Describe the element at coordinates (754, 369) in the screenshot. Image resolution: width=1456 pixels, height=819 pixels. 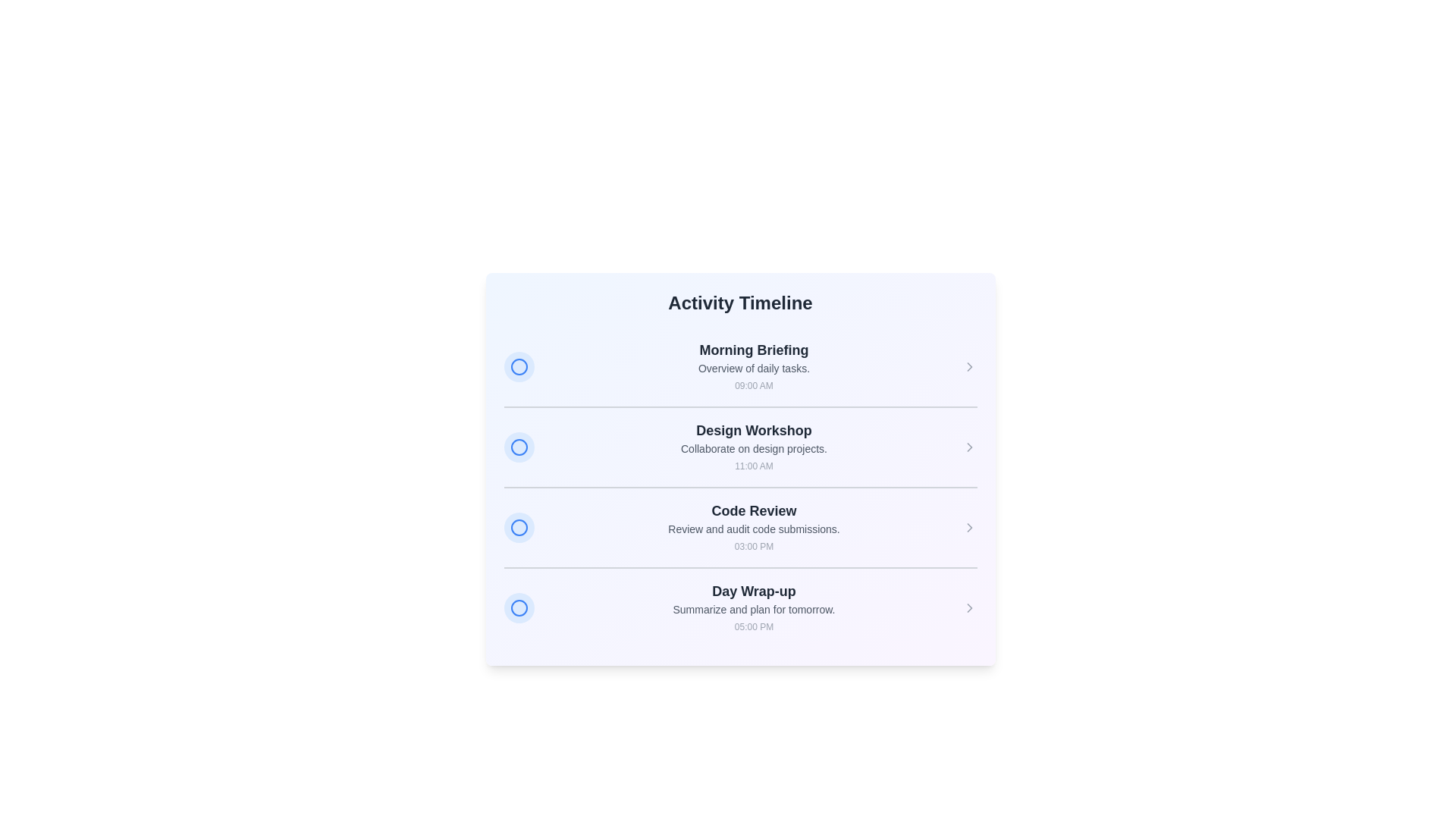
I see `the static text that provides a short description of the 'Morning Briefing' entry, located below the heading and above the time text '09:00 AM'` at that location.